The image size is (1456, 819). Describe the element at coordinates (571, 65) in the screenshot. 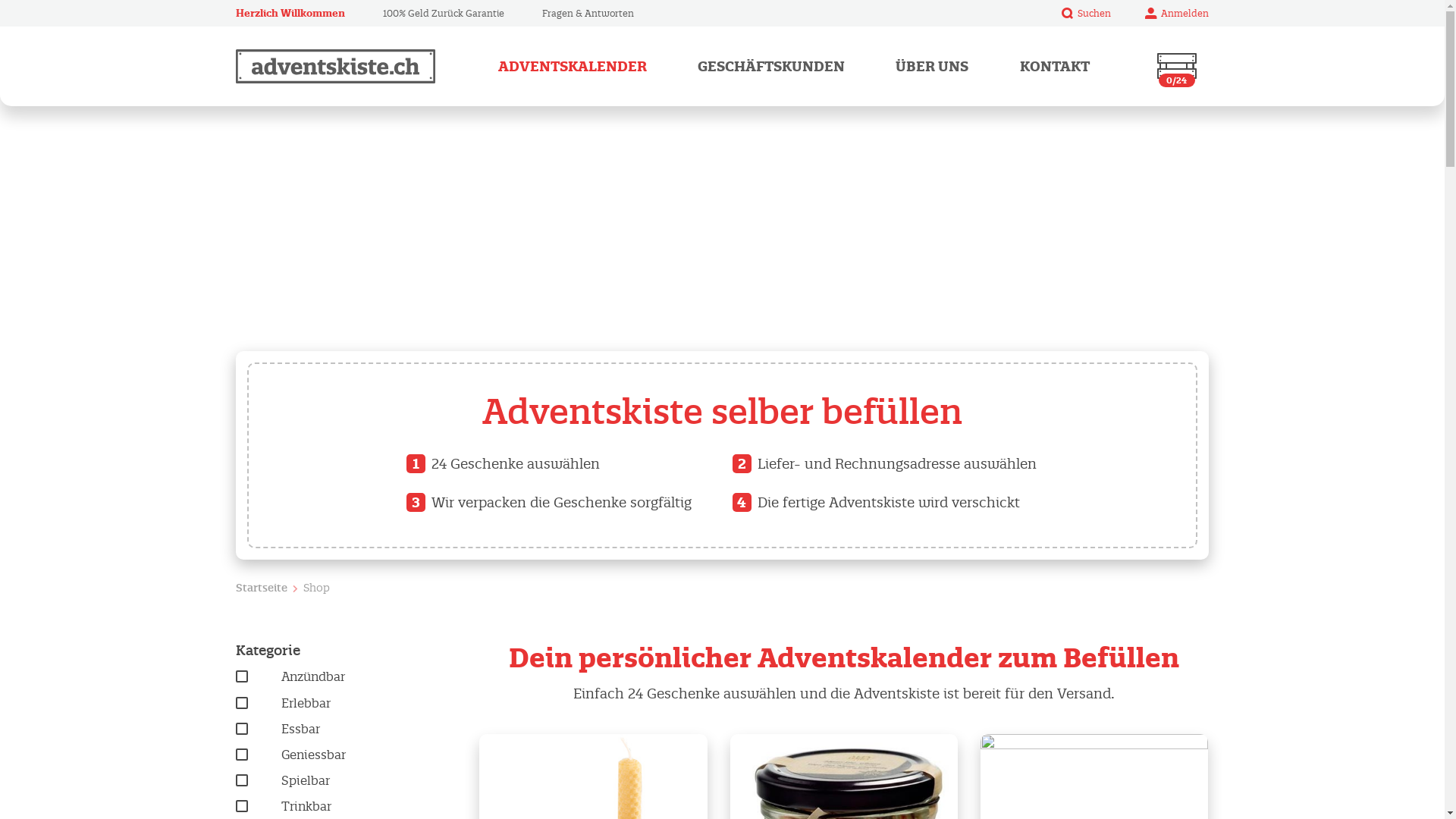

I see `'ADVENTSKALENDER'` at that location.